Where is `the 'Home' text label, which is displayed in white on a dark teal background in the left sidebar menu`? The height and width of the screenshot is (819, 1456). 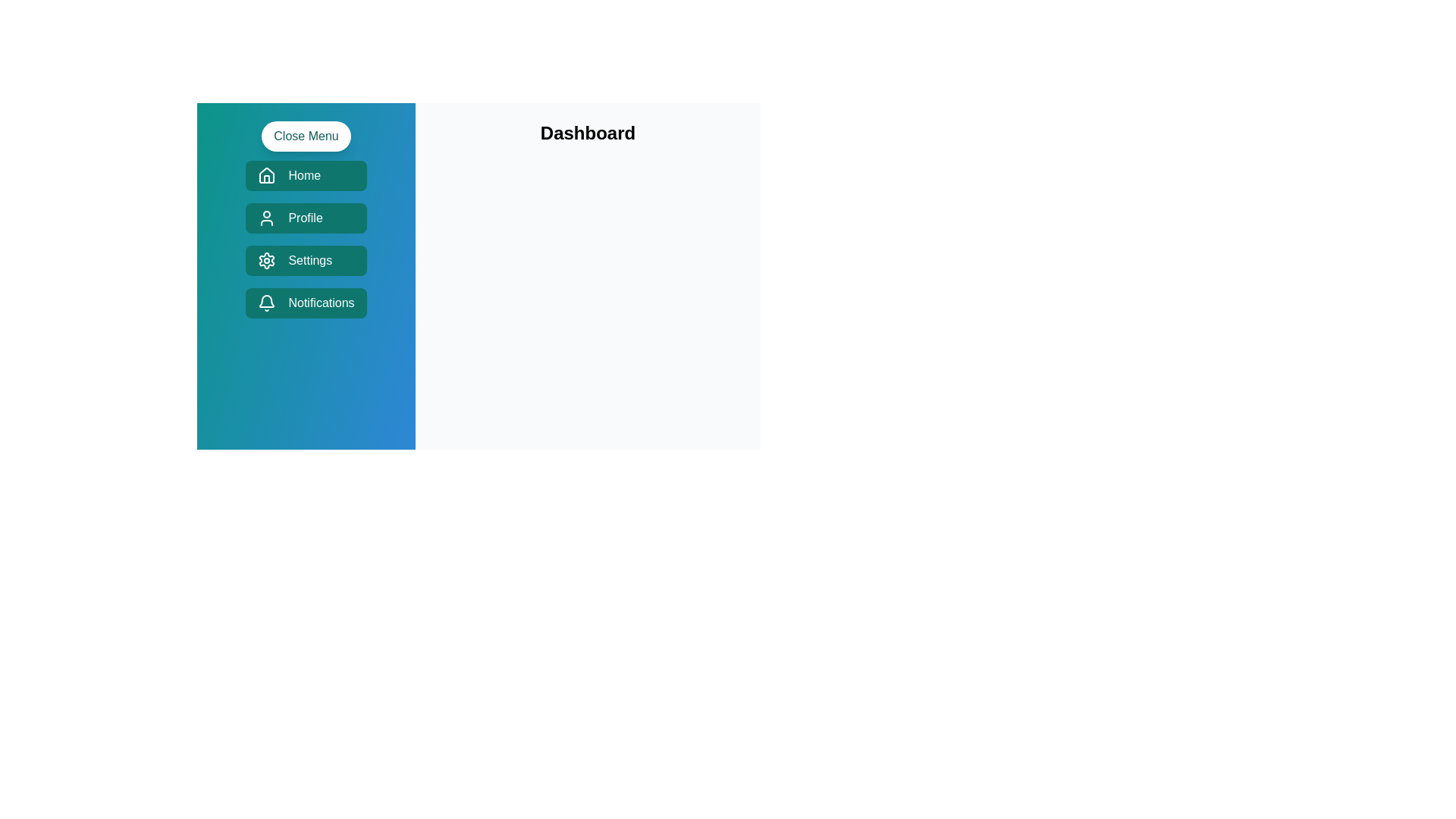
the 'Home' text label, which is displayed in white on a dark teal background in the left sidebar menu is located at coordinates (303, 174).